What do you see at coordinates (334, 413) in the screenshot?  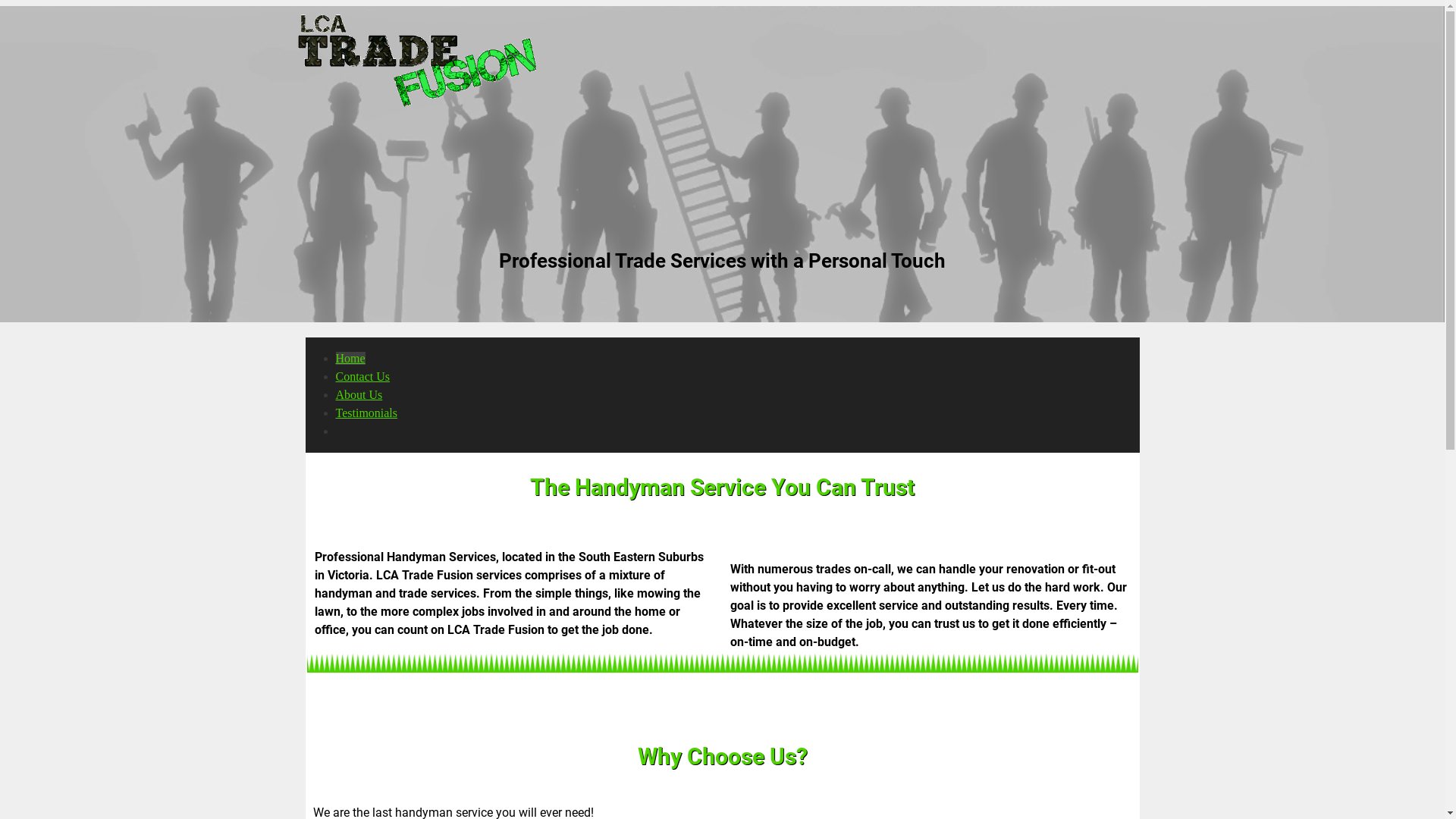 I see `'Testimonials'` at bounding box center [334, 413].